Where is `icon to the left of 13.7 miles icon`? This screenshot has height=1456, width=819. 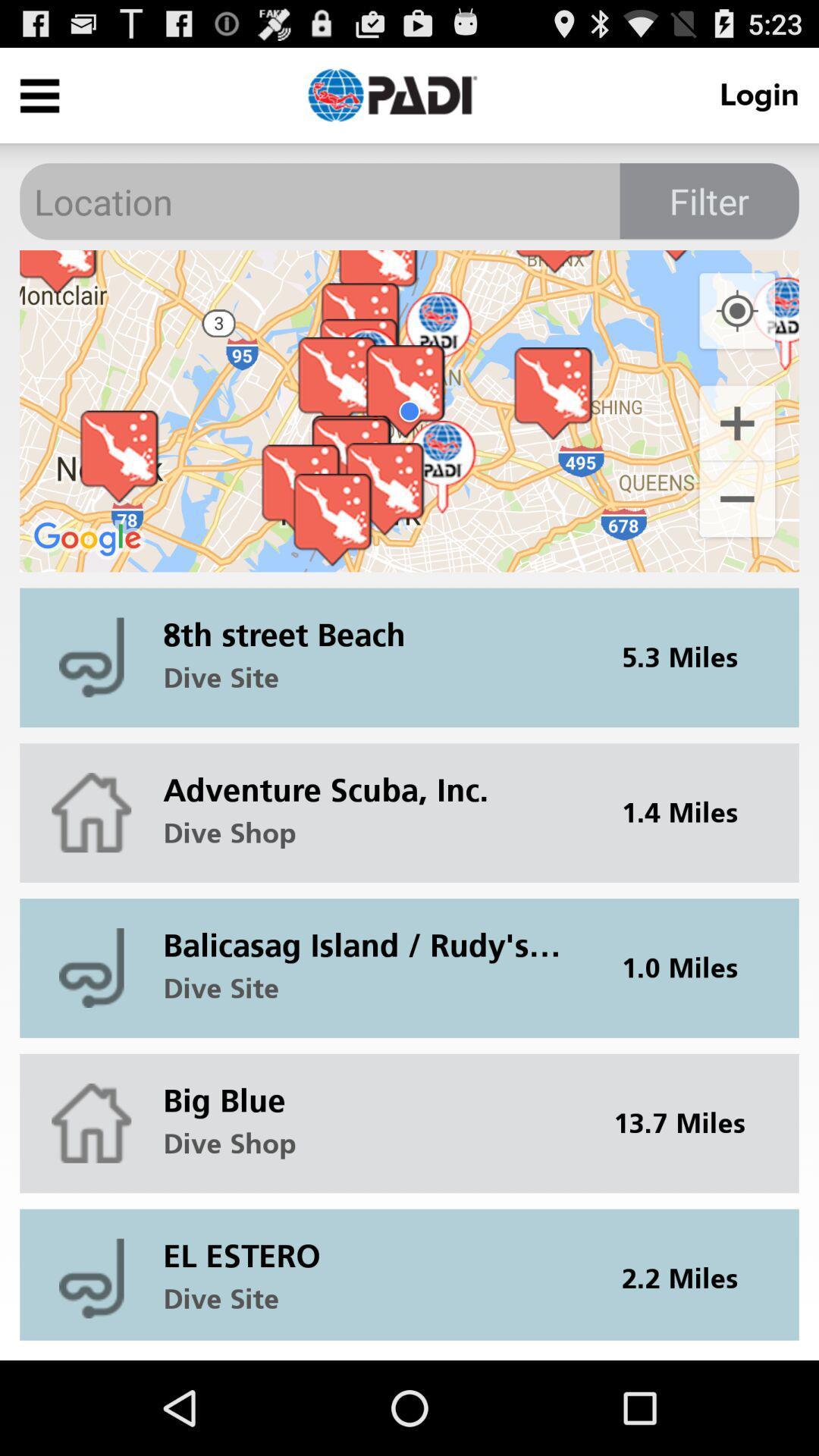
icon to the left of 13.7 miles icon is located at coordinates (372, 1087).